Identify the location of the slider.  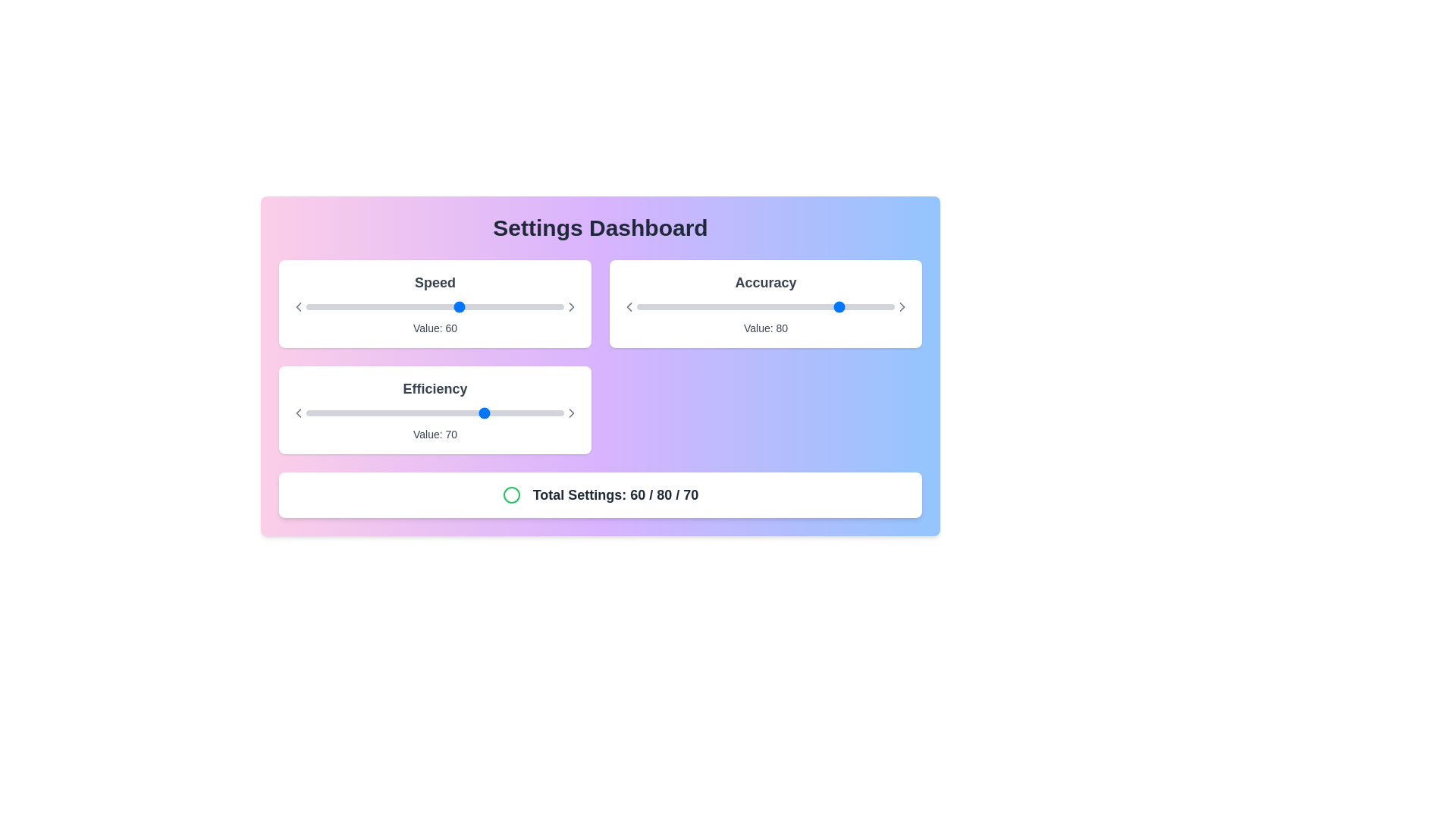
(555, 307).